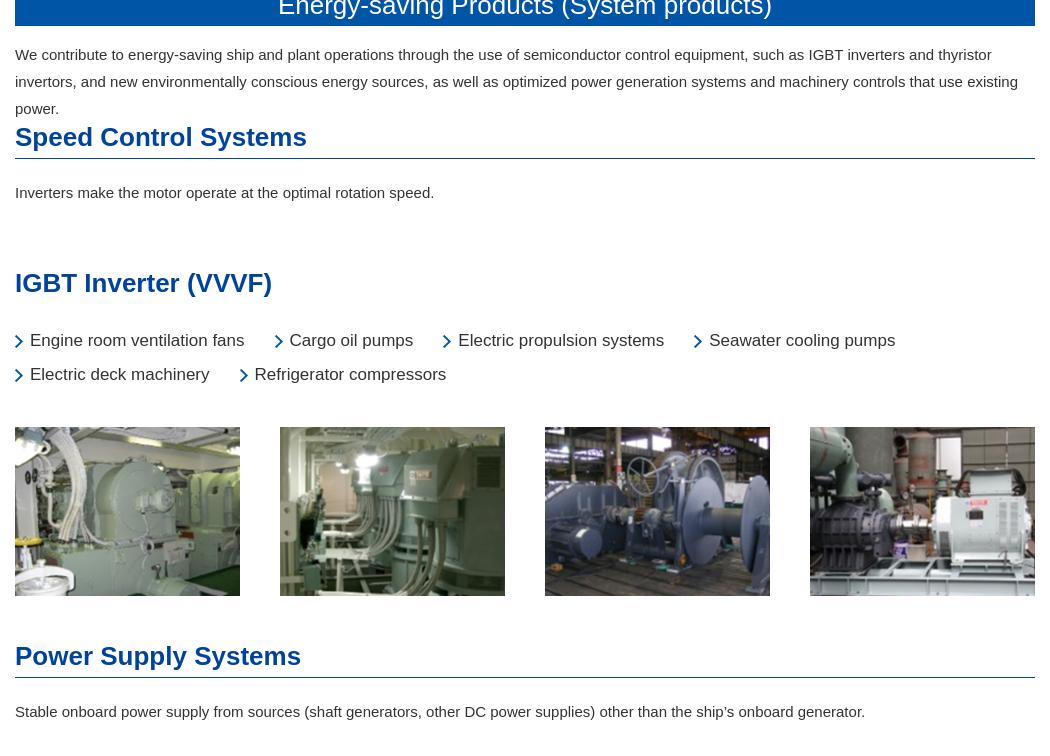  I want to click on 'We contribute to energy-saving ship and plant operations through the use of semiconductor control equipment, such as IGBT inverters and thyristor invertors, and new environmentally conscious energy sources, as well as optimized power generation systems and machinery controls that use existing power.', so click(515, 81).